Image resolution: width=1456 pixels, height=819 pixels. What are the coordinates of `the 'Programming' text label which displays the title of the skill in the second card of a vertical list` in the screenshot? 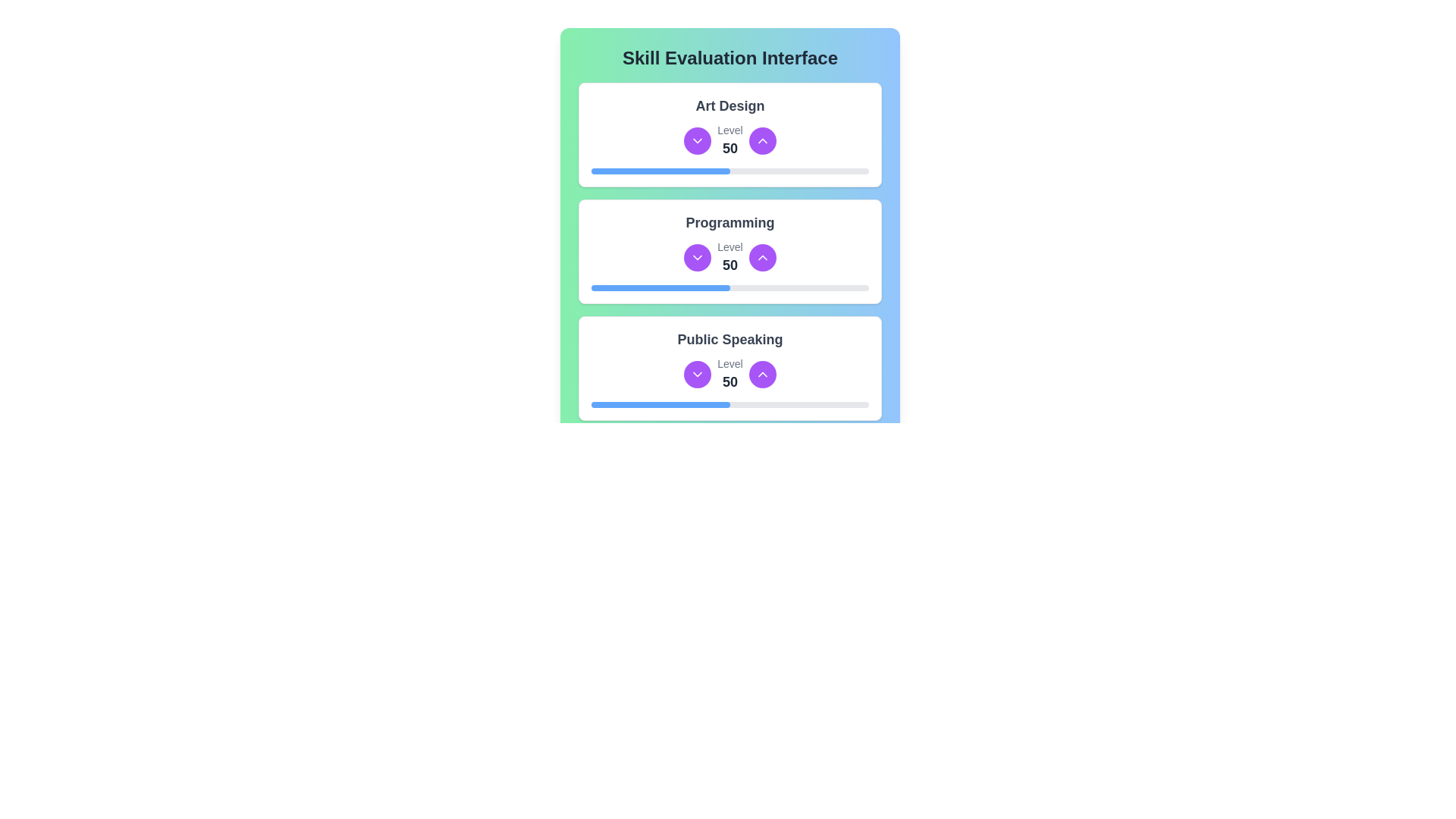 It's located at (730, 222).